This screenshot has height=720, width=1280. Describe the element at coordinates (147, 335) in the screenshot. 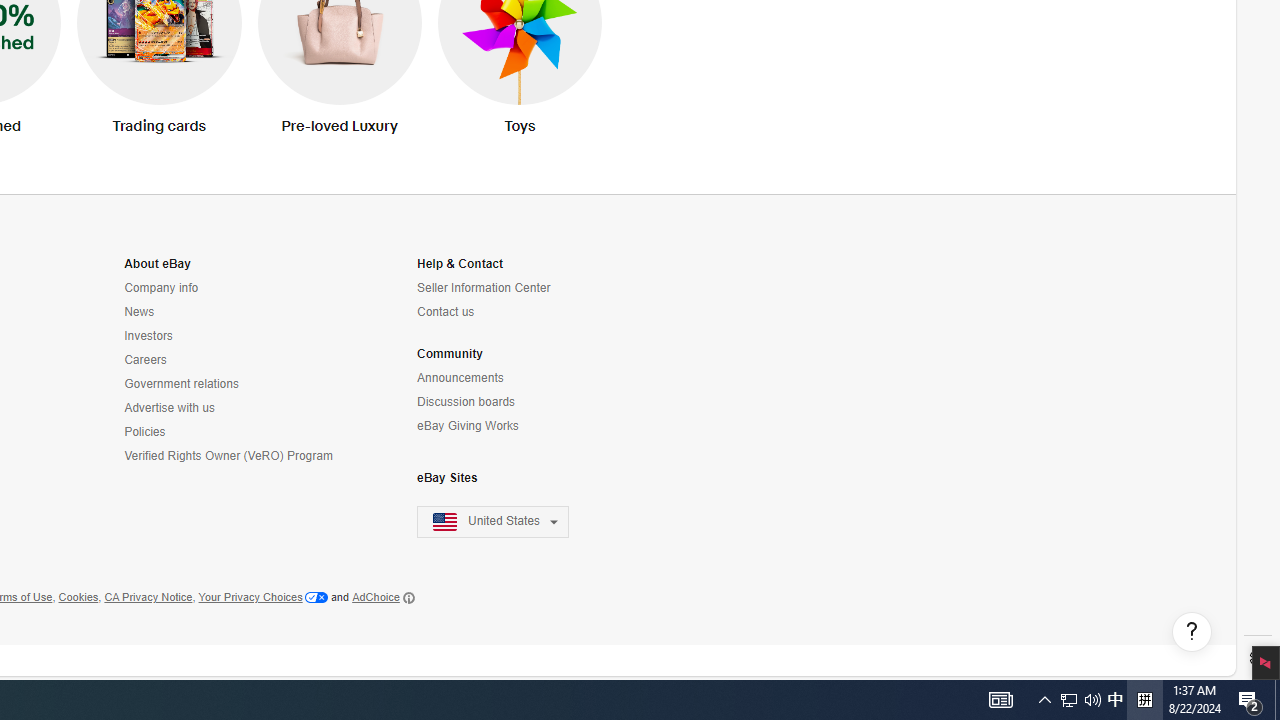

I see `'Investors'` at that location.